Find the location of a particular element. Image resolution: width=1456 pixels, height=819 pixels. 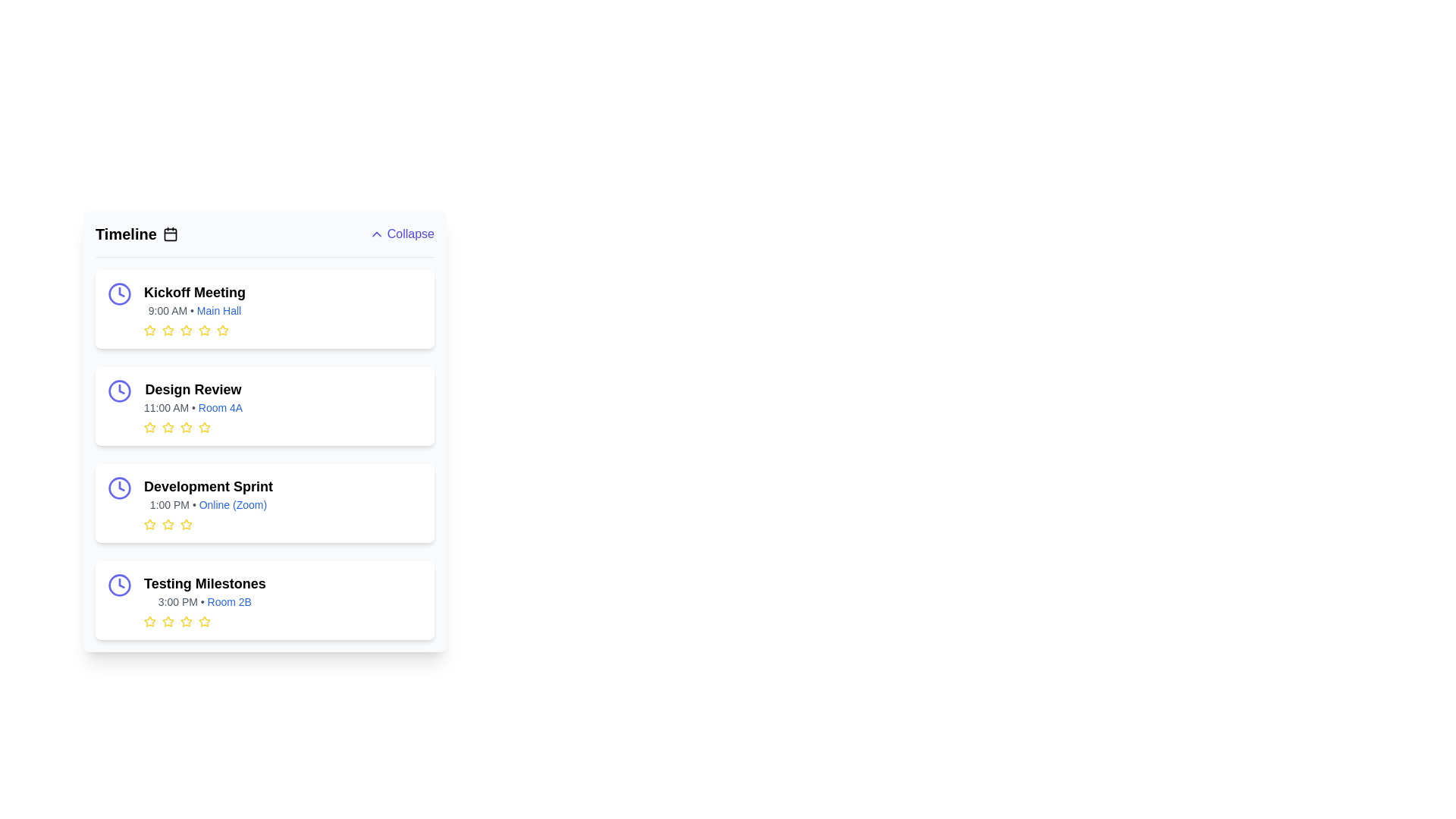

text from the static label indicating that the event takes place online via Zoom, located next to the time '1:00 PM' in the third item of the timeline list is located at coordinates (232, 505).